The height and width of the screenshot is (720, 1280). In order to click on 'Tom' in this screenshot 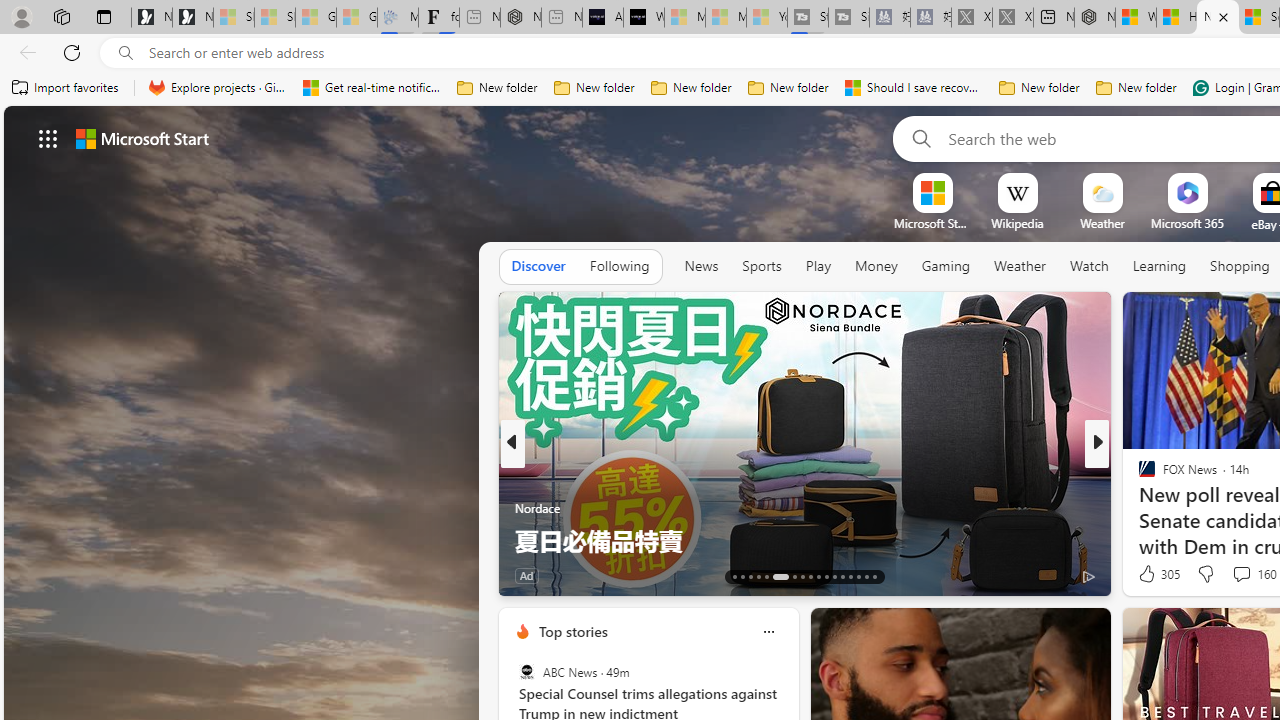, I will do `click(1138, 506)`.